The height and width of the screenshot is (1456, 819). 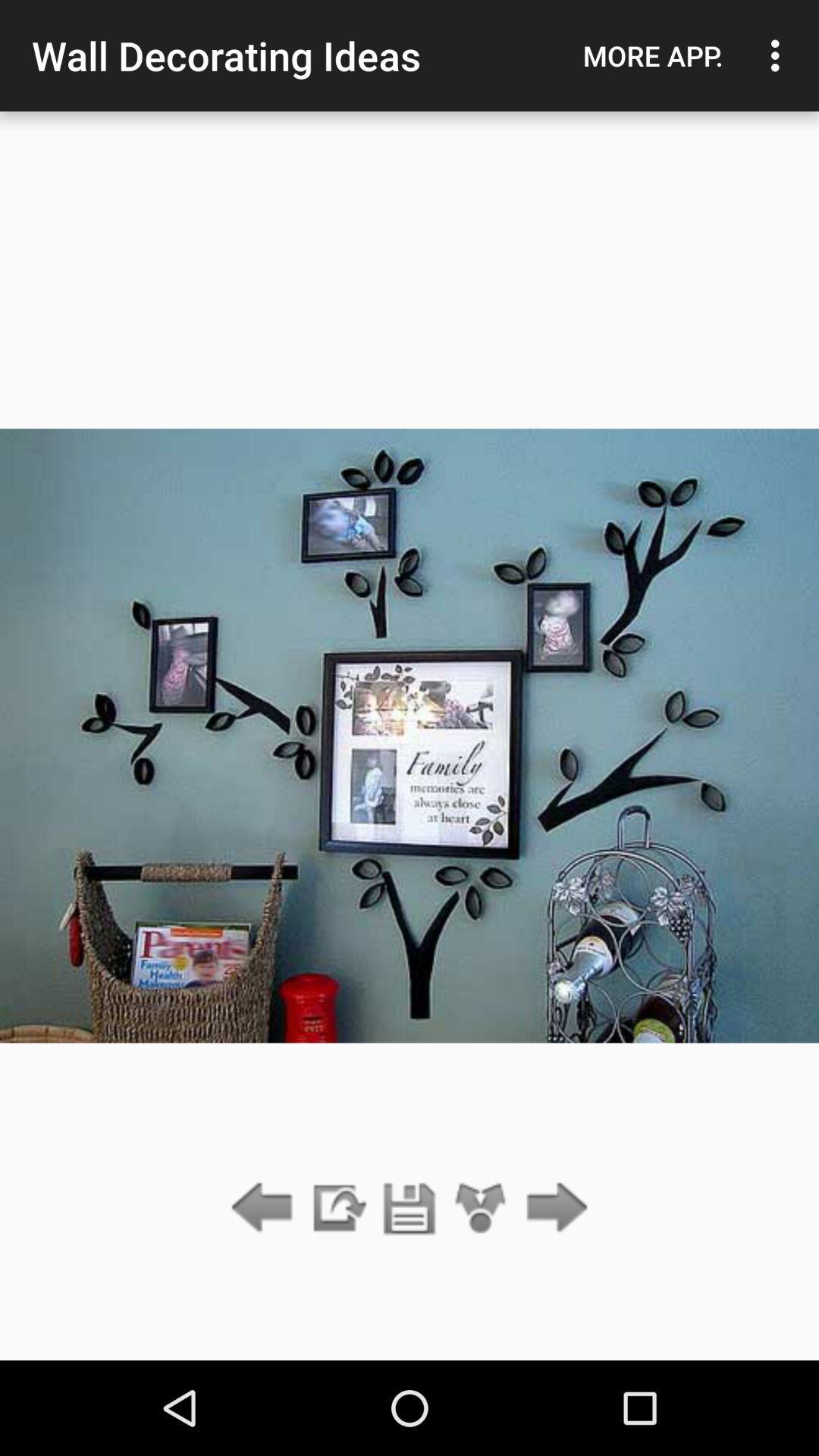 What do you see at coordinates (409, 1208) in the screenshot?
I see `icon below the wall decorating ideas` at bounding box center [409, 1208].